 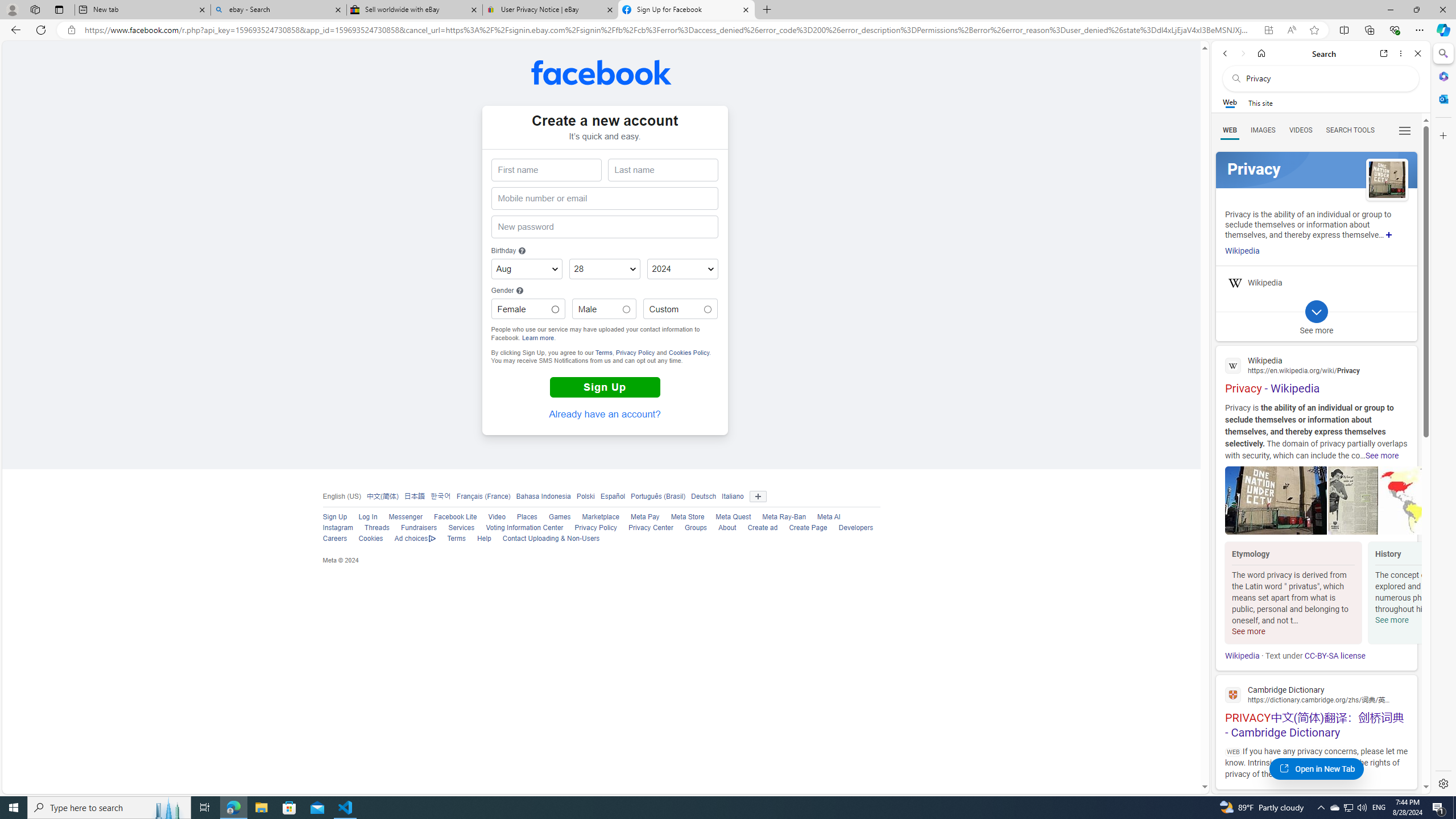 I want to click on 'Deutsch', so click(x=703, y=496).